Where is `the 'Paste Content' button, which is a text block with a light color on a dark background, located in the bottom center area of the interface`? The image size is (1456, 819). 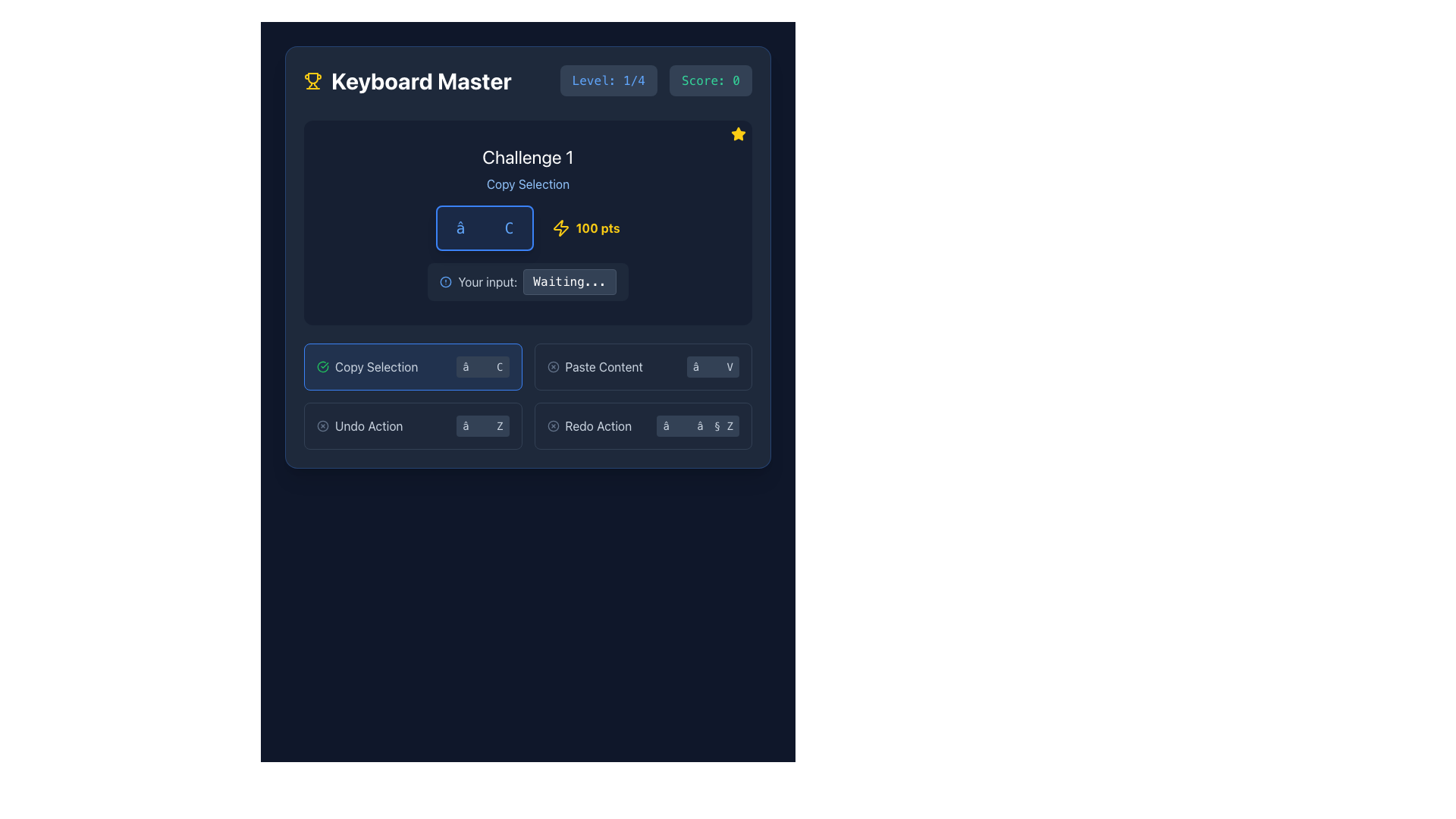
the 'Paste Content' button, which is a text block with a light color on a dark background, located in the bottom center area of the interface is located at coordinates (594, 366).